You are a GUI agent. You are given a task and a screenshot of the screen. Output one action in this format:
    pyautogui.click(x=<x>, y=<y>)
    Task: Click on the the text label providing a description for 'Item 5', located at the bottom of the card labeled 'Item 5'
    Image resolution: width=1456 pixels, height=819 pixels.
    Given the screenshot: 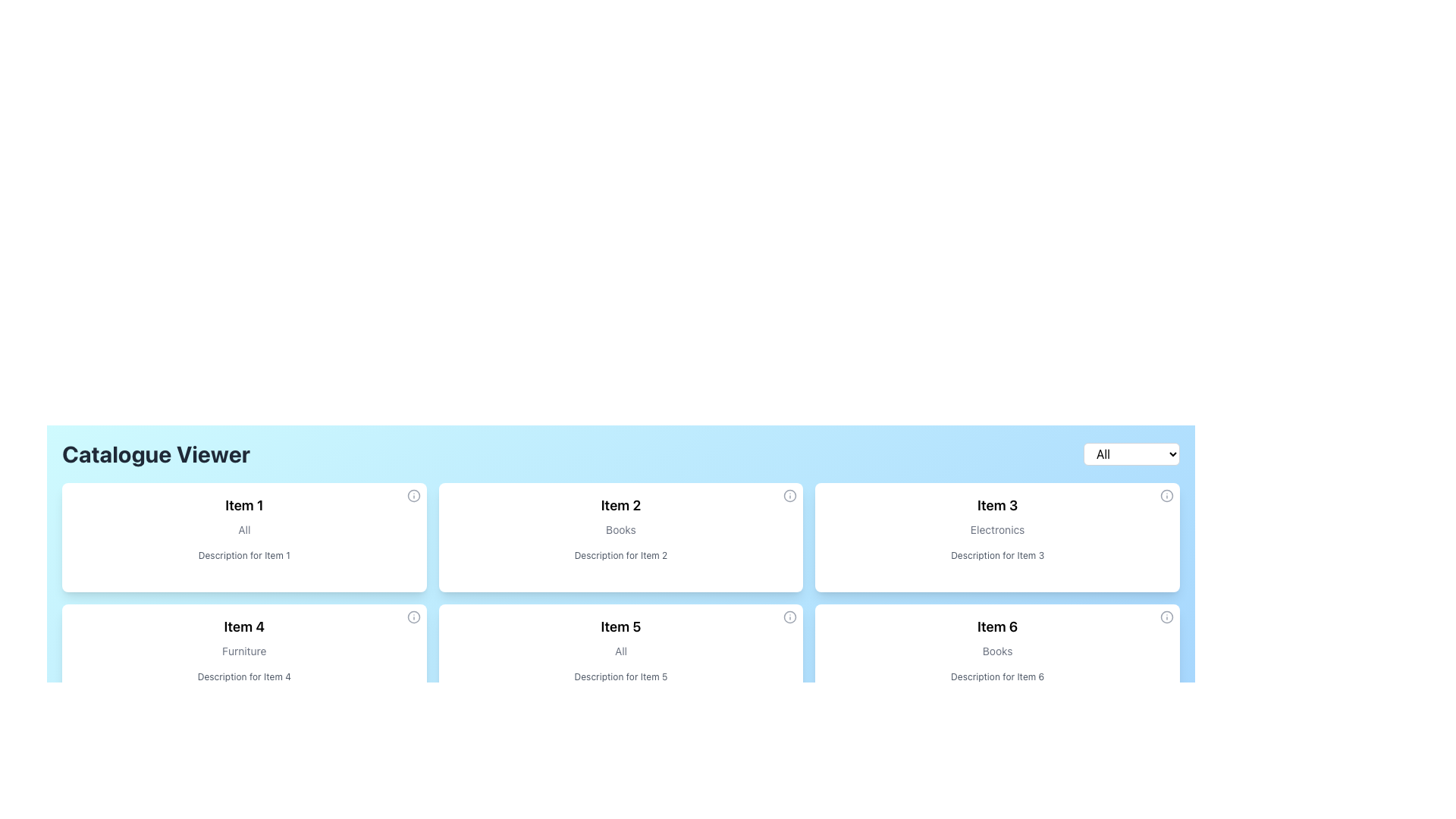 What is the action you would take?
    pyautogui.click(x=621, y=676)
    